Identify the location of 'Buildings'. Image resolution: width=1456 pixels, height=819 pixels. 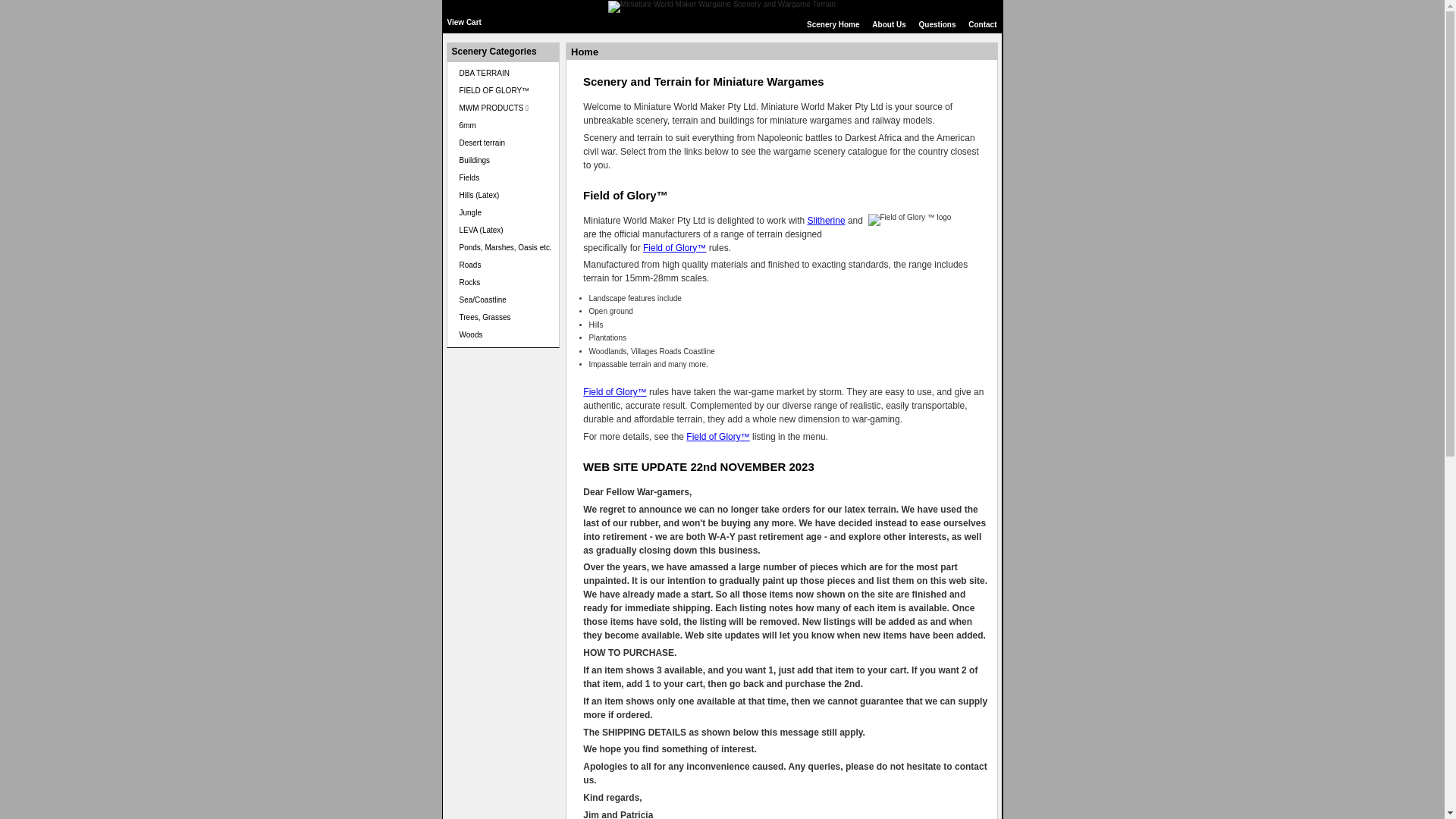
(474, 160).